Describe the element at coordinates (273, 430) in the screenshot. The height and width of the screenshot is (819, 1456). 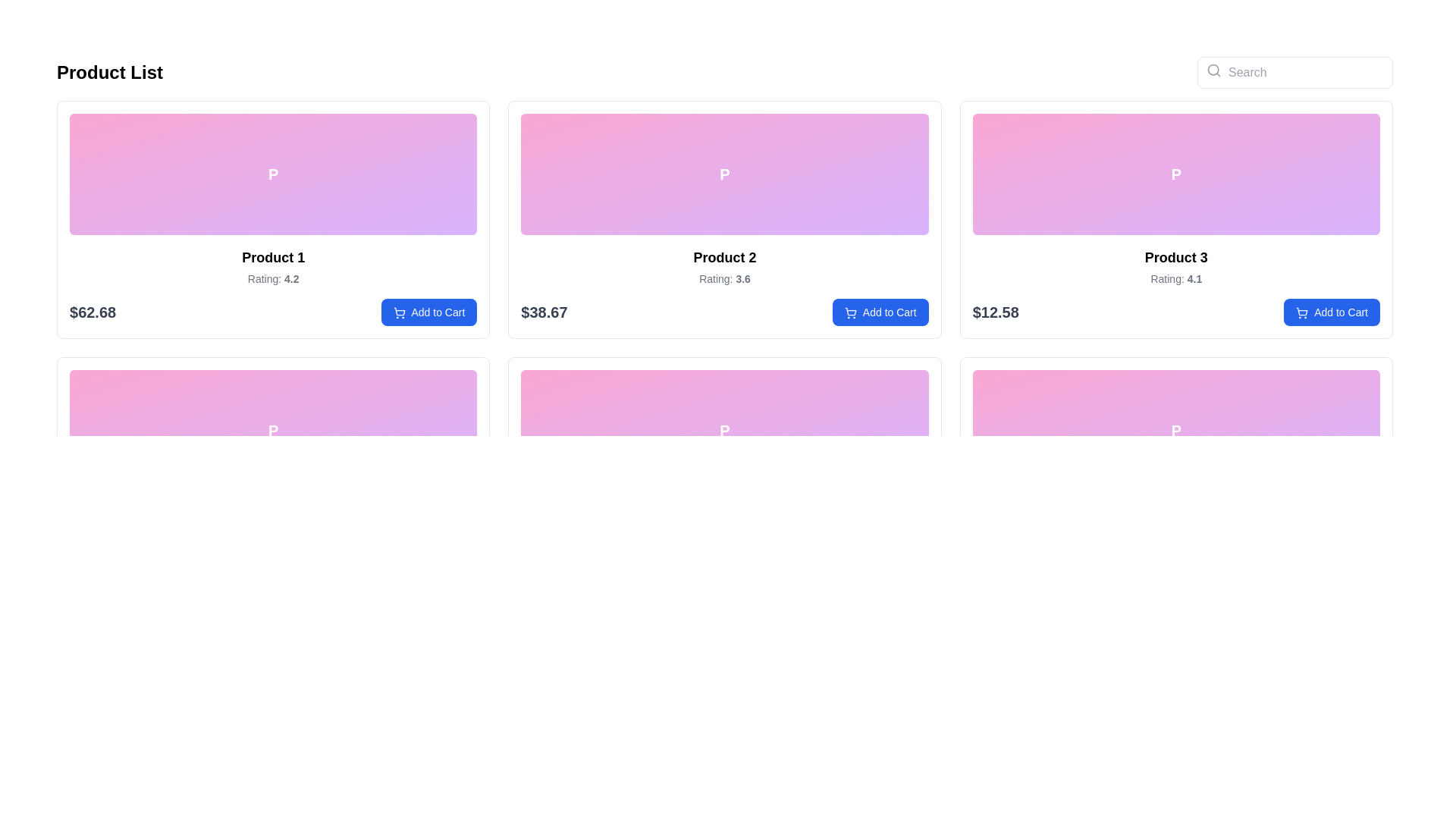
I see `the rectangular panel with a gradient background transitioning from pink to purple, featuring a centered white bold letter 'P', which is located in the upper section of the 'Product 4' card` at that location.